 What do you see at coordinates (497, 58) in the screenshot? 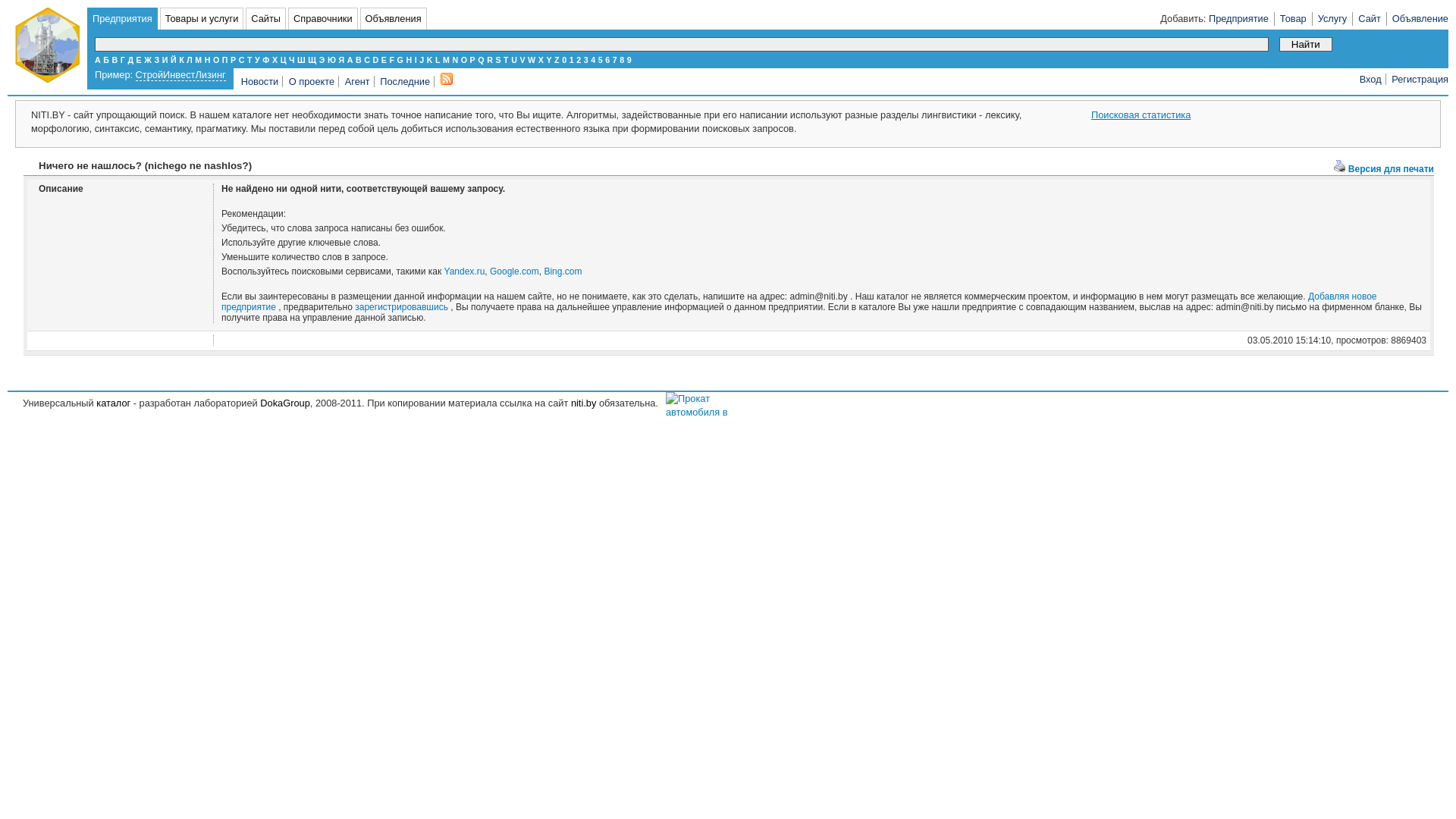
I see `'S'` at bounding box center [497, 58].